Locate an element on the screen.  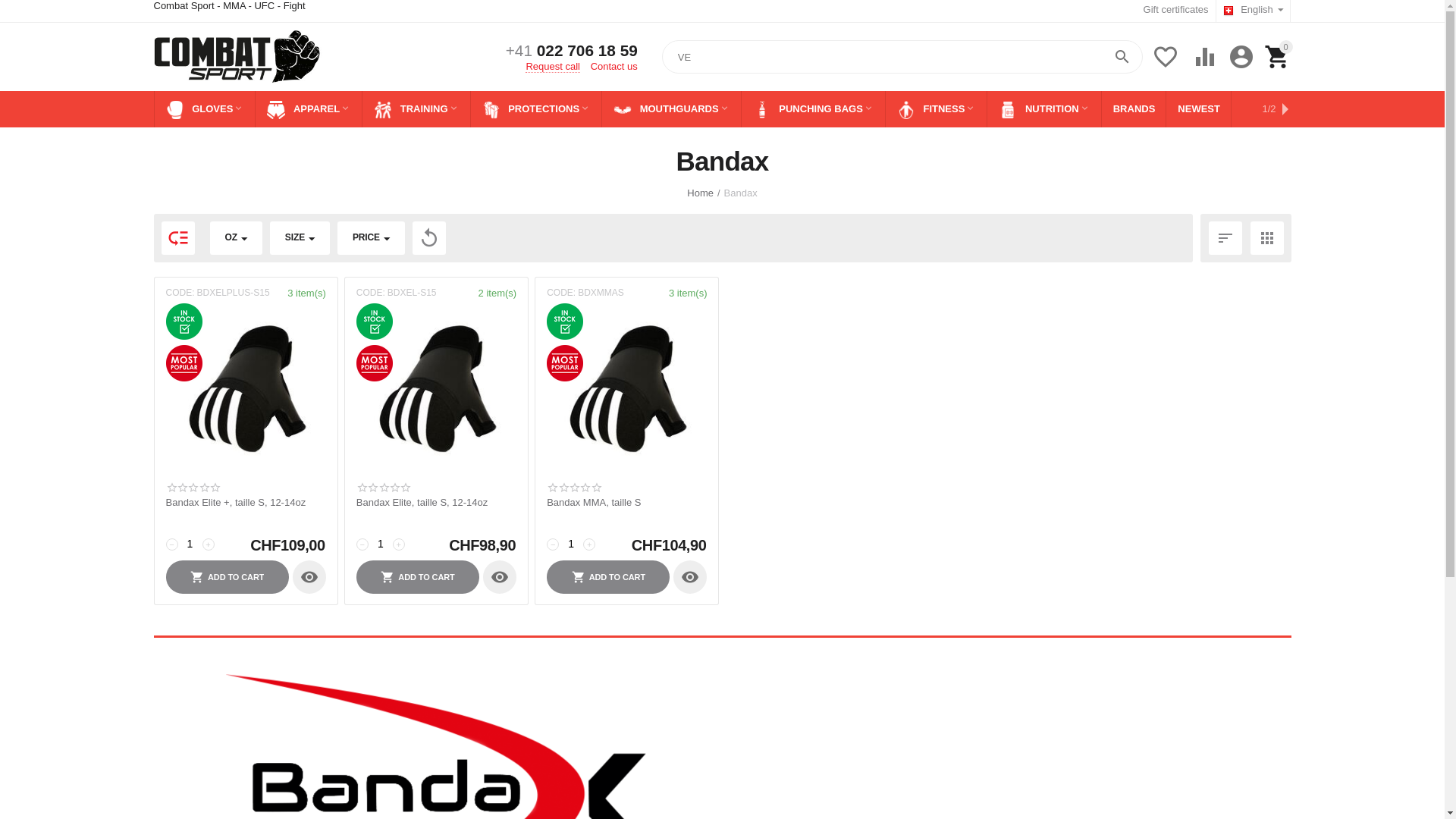
'Request call' is located at coordinates (552, 65).